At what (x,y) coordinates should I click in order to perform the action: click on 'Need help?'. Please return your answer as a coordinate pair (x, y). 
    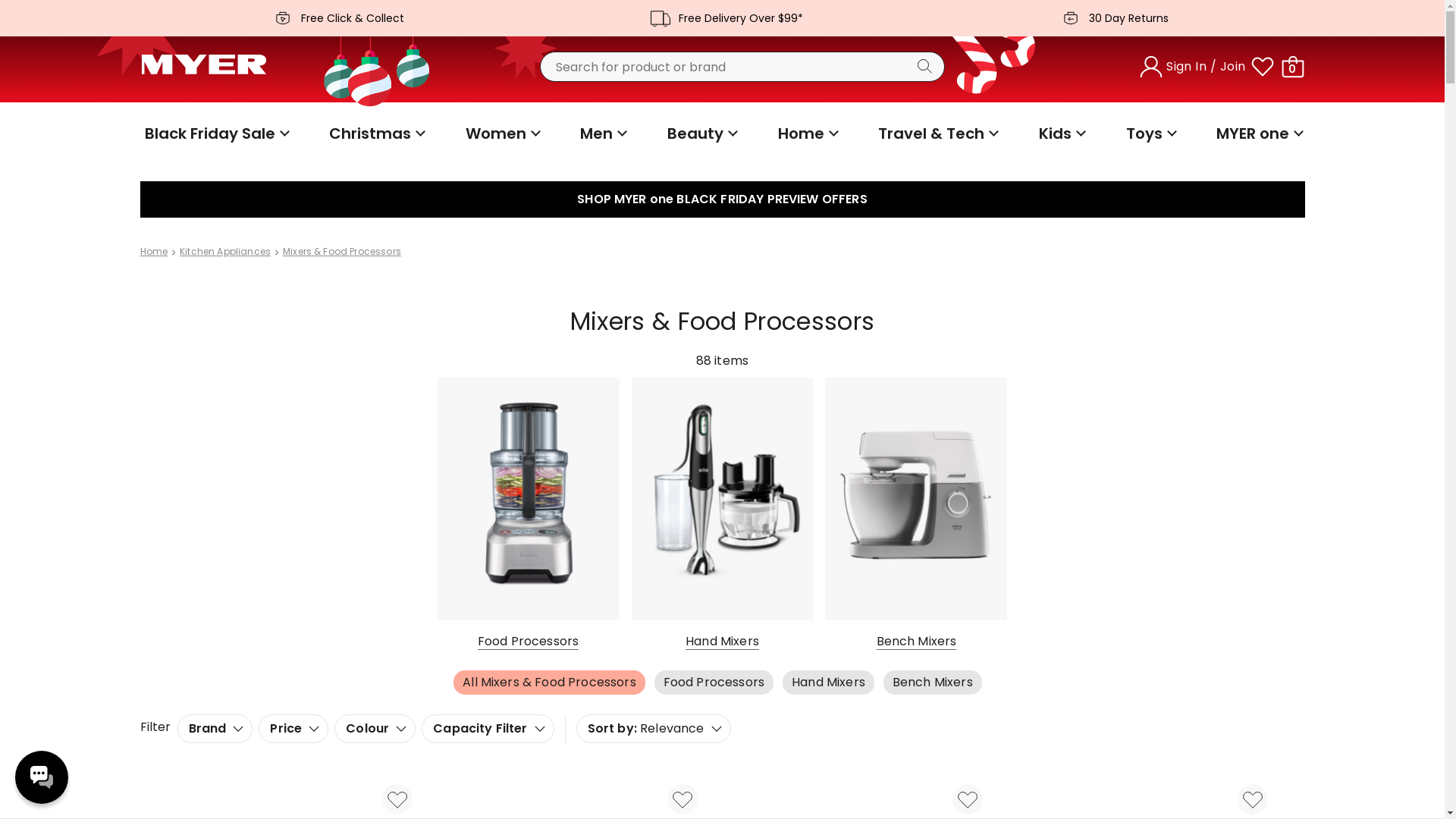
    Looking at the image, I should click on (41, 777).